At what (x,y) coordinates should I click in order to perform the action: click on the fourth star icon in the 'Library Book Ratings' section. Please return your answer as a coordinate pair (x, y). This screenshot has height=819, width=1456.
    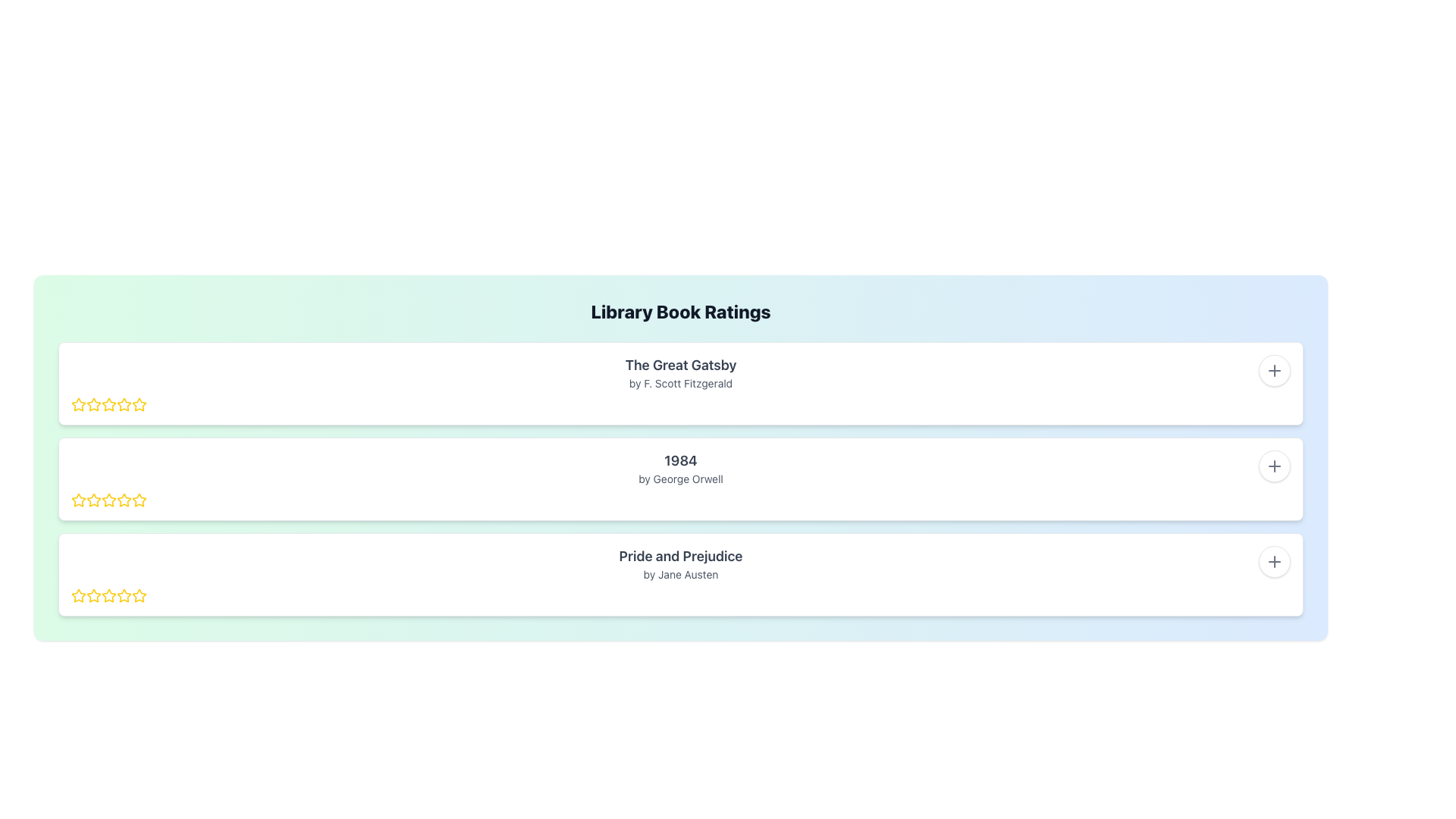
    Looking at the image, I should click on (124, 403).